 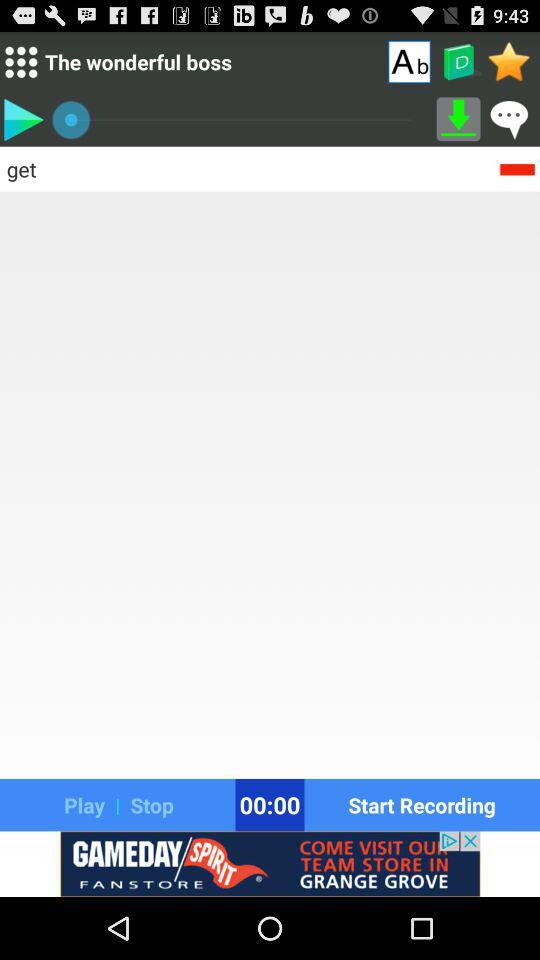 I want to click on the download, so click(x=458, y=119).